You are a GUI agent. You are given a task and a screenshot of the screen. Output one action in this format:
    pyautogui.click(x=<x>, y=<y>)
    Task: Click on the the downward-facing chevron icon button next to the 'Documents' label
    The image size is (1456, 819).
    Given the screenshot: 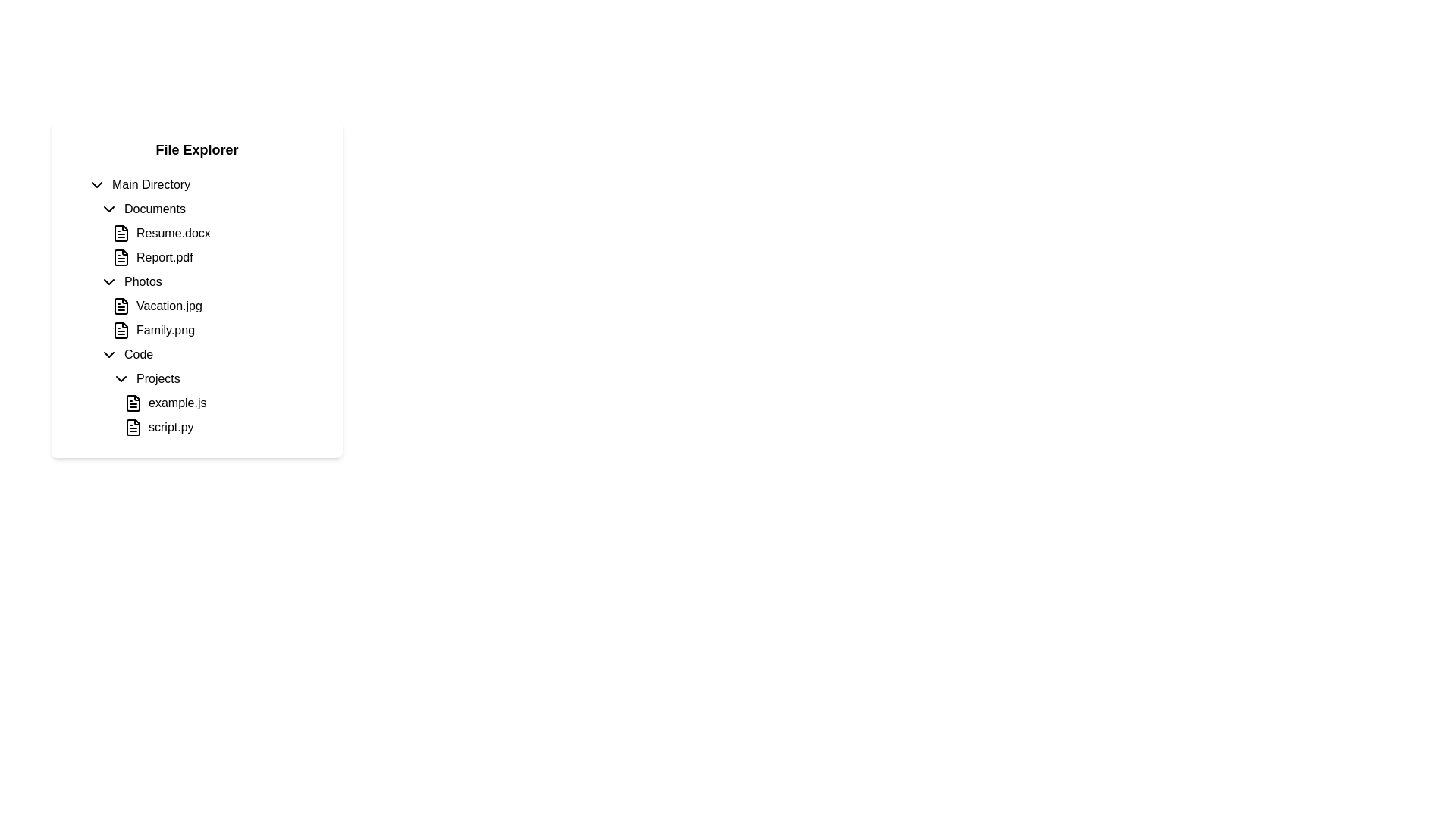 What is the action you would take?
    pyautogui.click(x=108, y=209)
    